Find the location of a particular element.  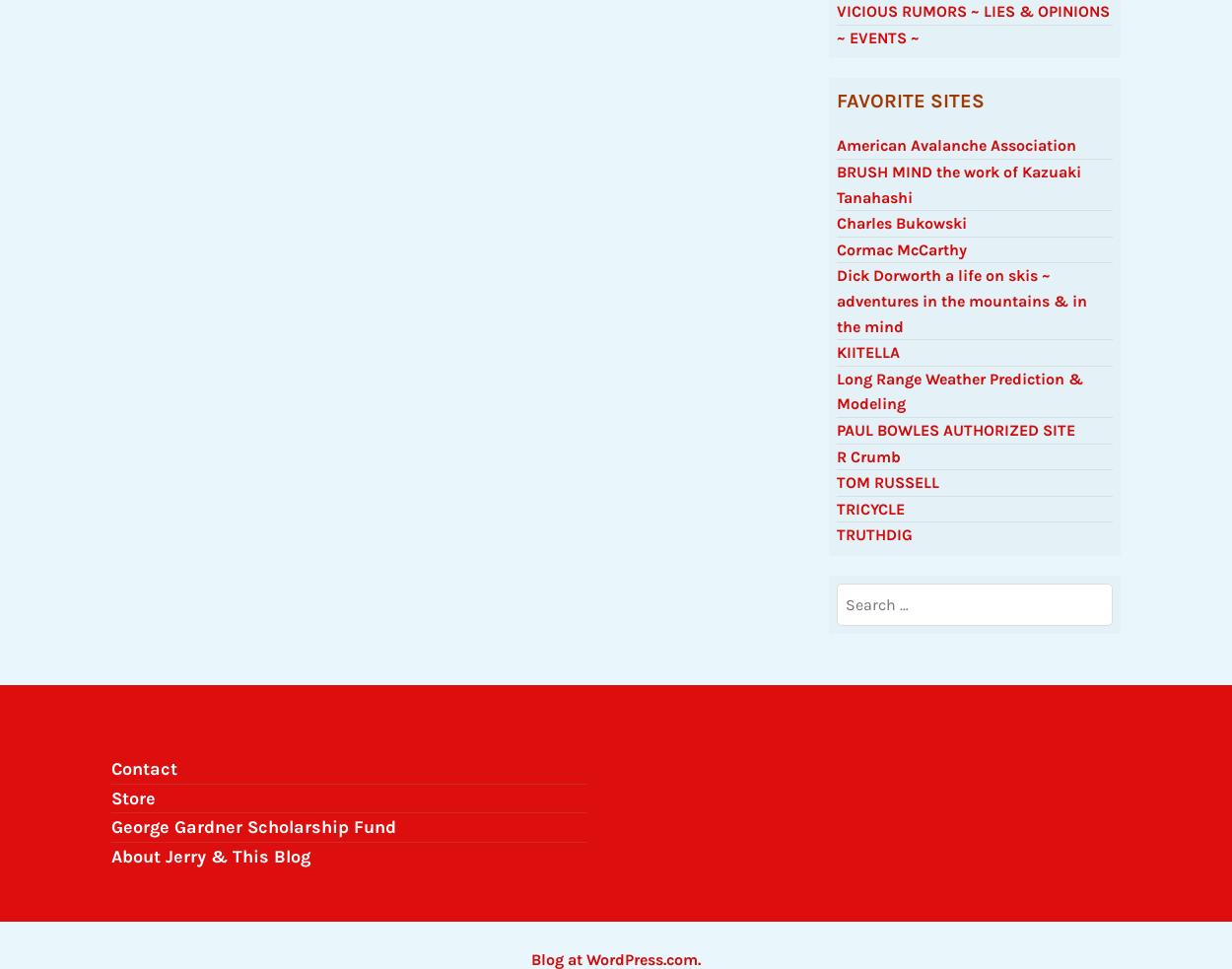

'Contact' is located at coordinates (144, 776).